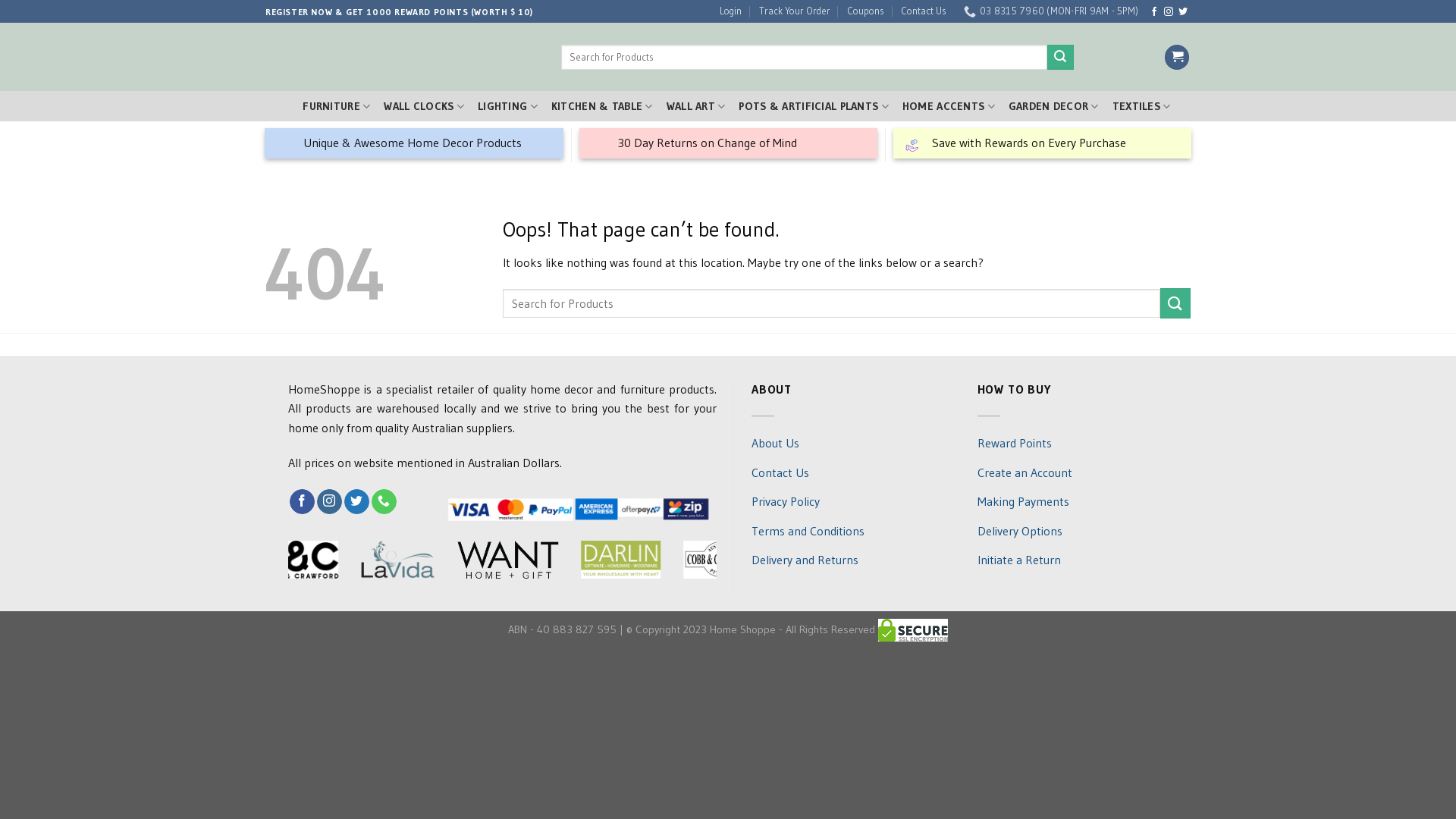 The image size is (1456, 819). Describe the element at coordinates (330, 105) in the screenshot. I see `'FURNITURE'` at that location.